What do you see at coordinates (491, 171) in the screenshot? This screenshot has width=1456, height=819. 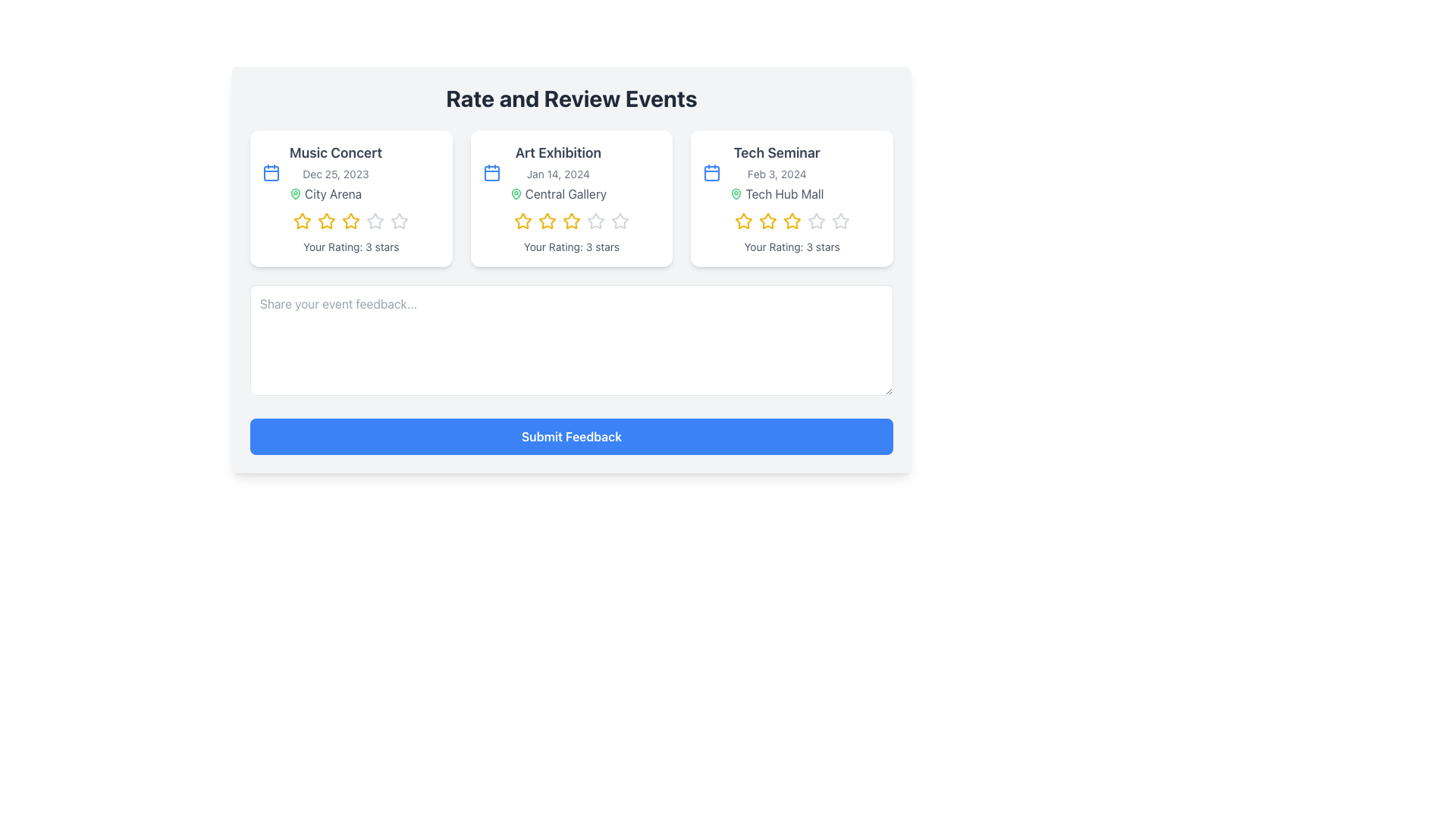 I see `the blue calendar icon located at the top-left corner of the 'Art Exhibition' card, positioned above the date text 'Jan 14, 2024'` at bounding box center [491, 171].